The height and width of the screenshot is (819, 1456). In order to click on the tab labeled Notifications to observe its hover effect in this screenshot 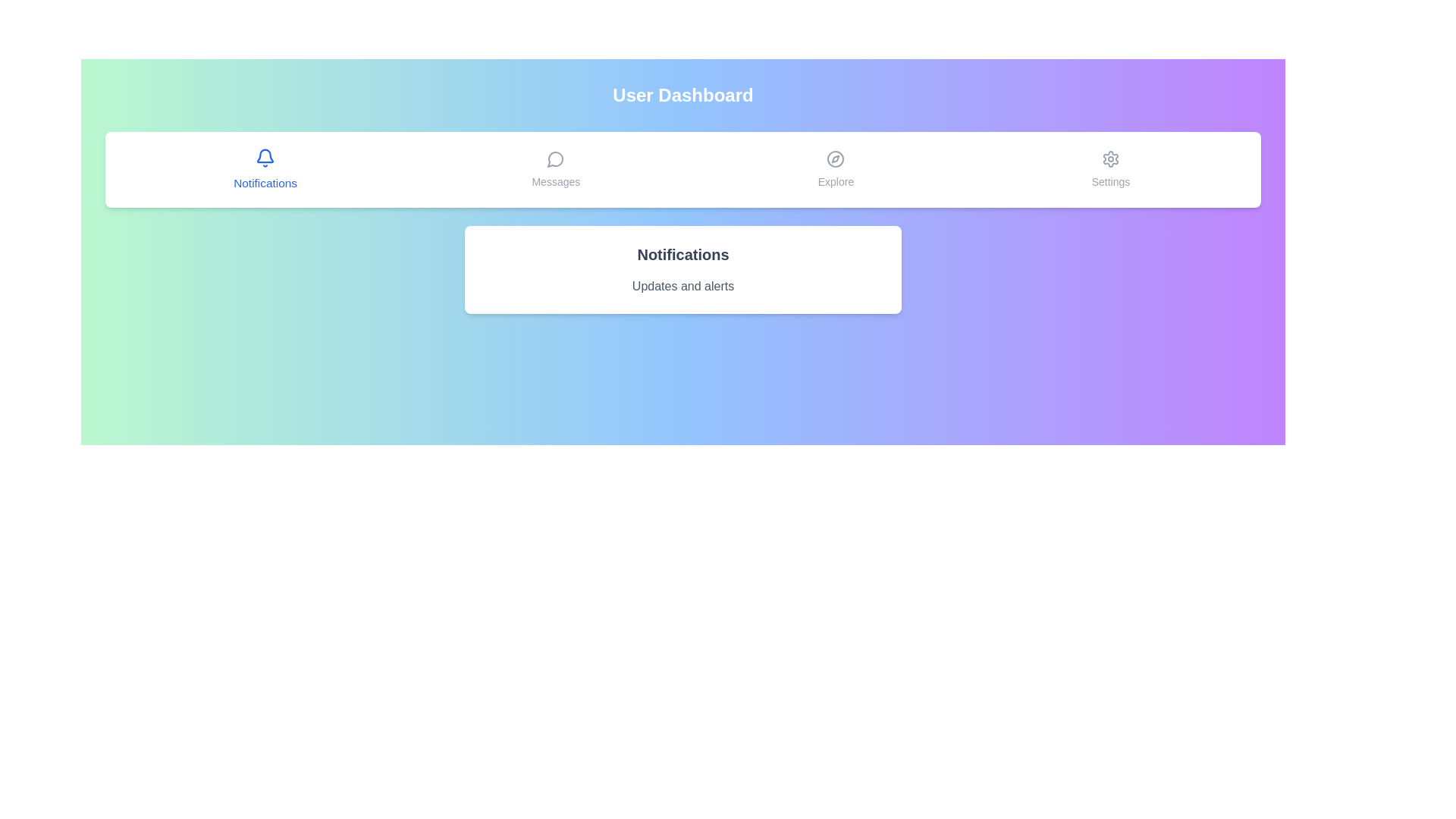, I will do `click(265, 169)`.